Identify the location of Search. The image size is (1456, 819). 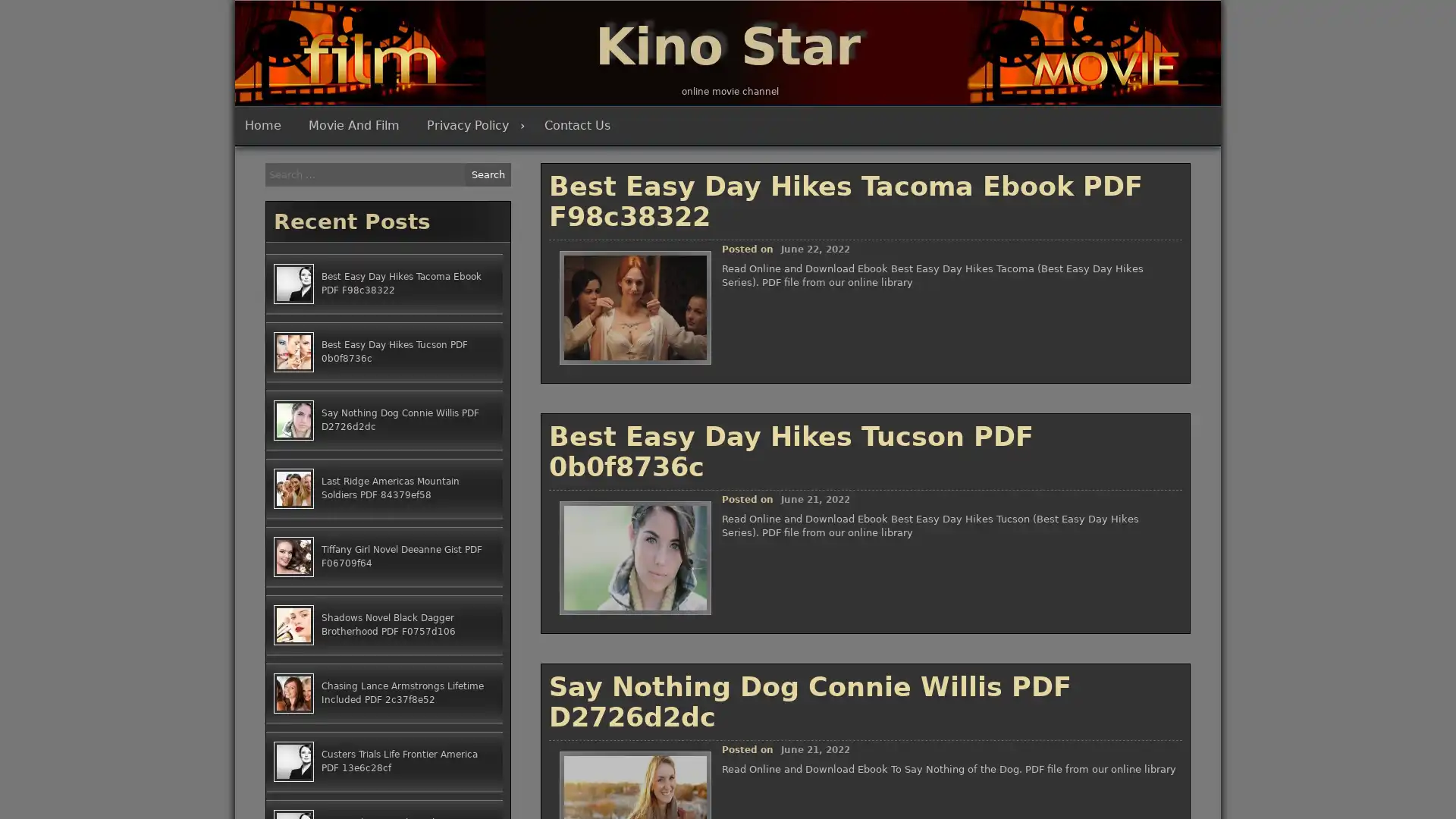
(488, 174).